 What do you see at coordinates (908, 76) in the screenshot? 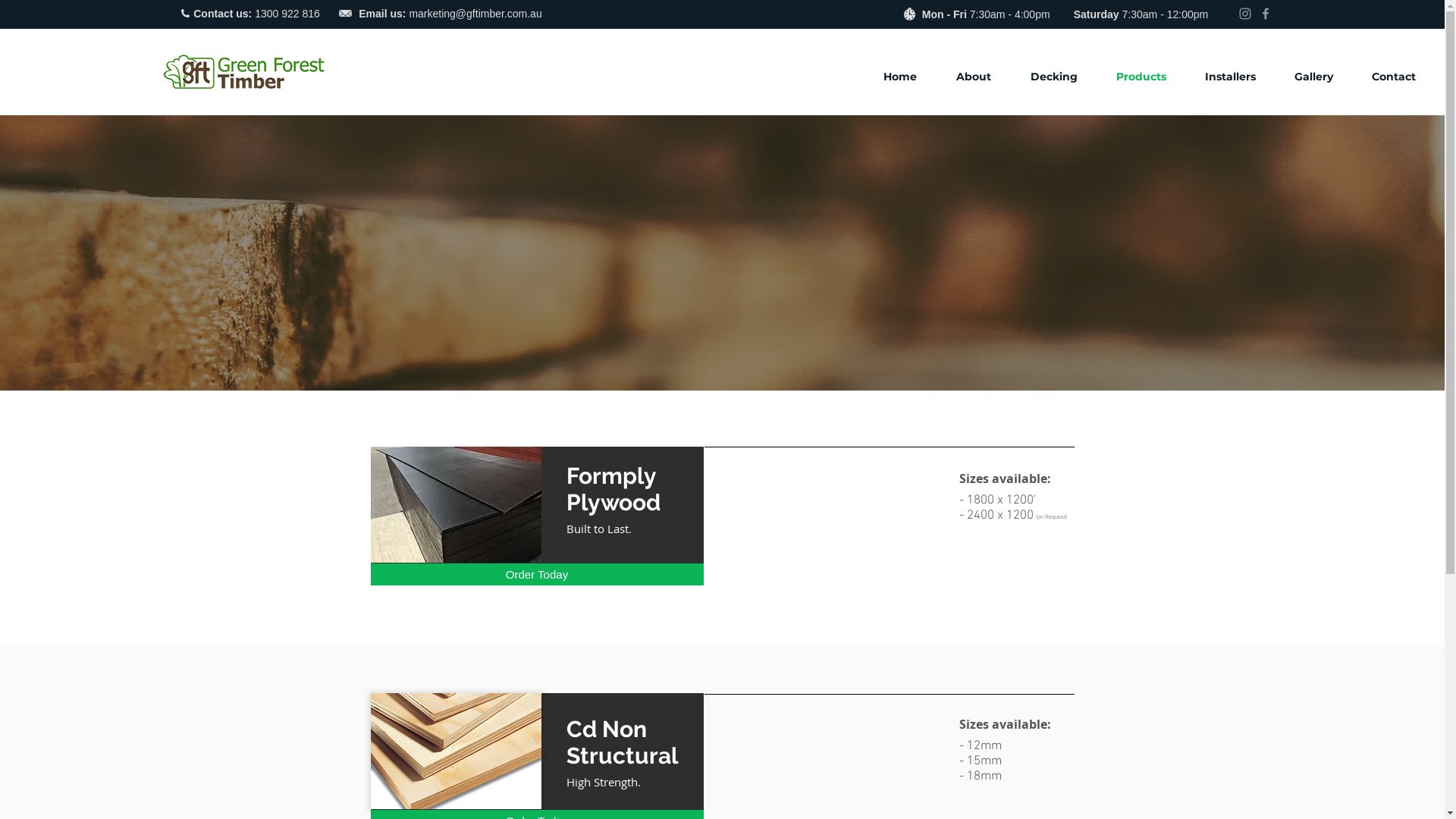
I see `'Home'` at bounding box center [908, 76].